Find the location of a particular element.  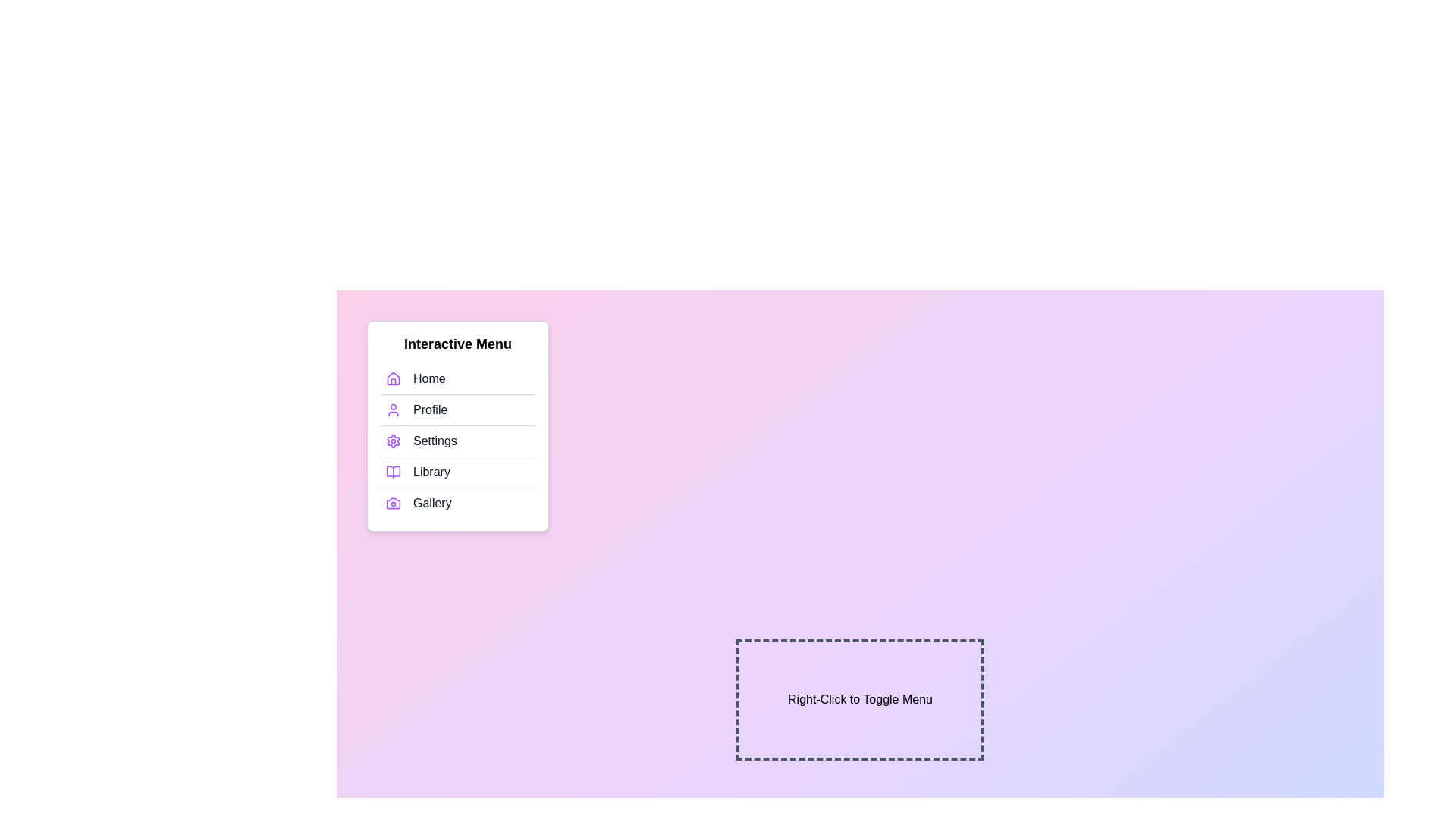

the bordered area to toggle the menu visibility is located at coordinates (860, 699).